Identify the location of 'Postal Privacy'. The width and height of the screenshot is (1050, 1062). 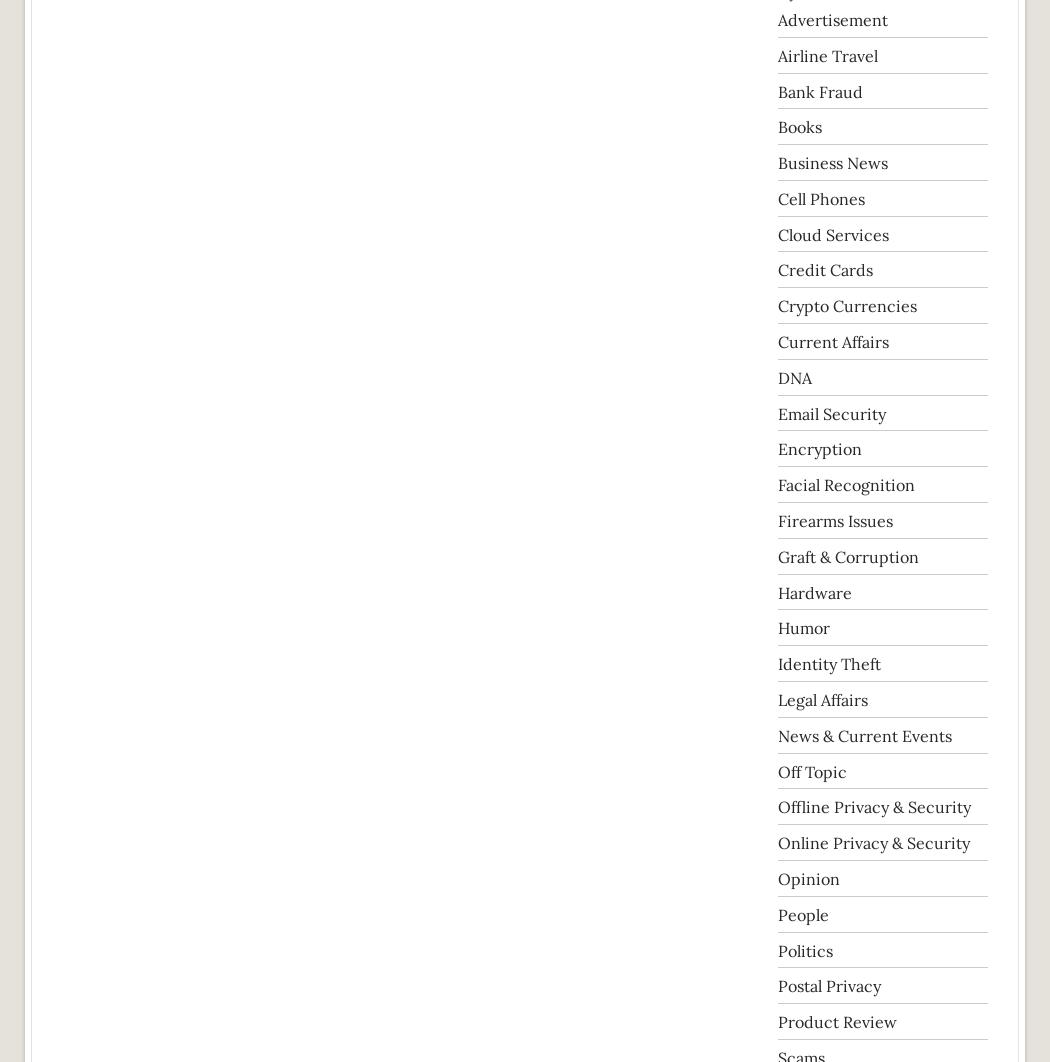
(829, 984).